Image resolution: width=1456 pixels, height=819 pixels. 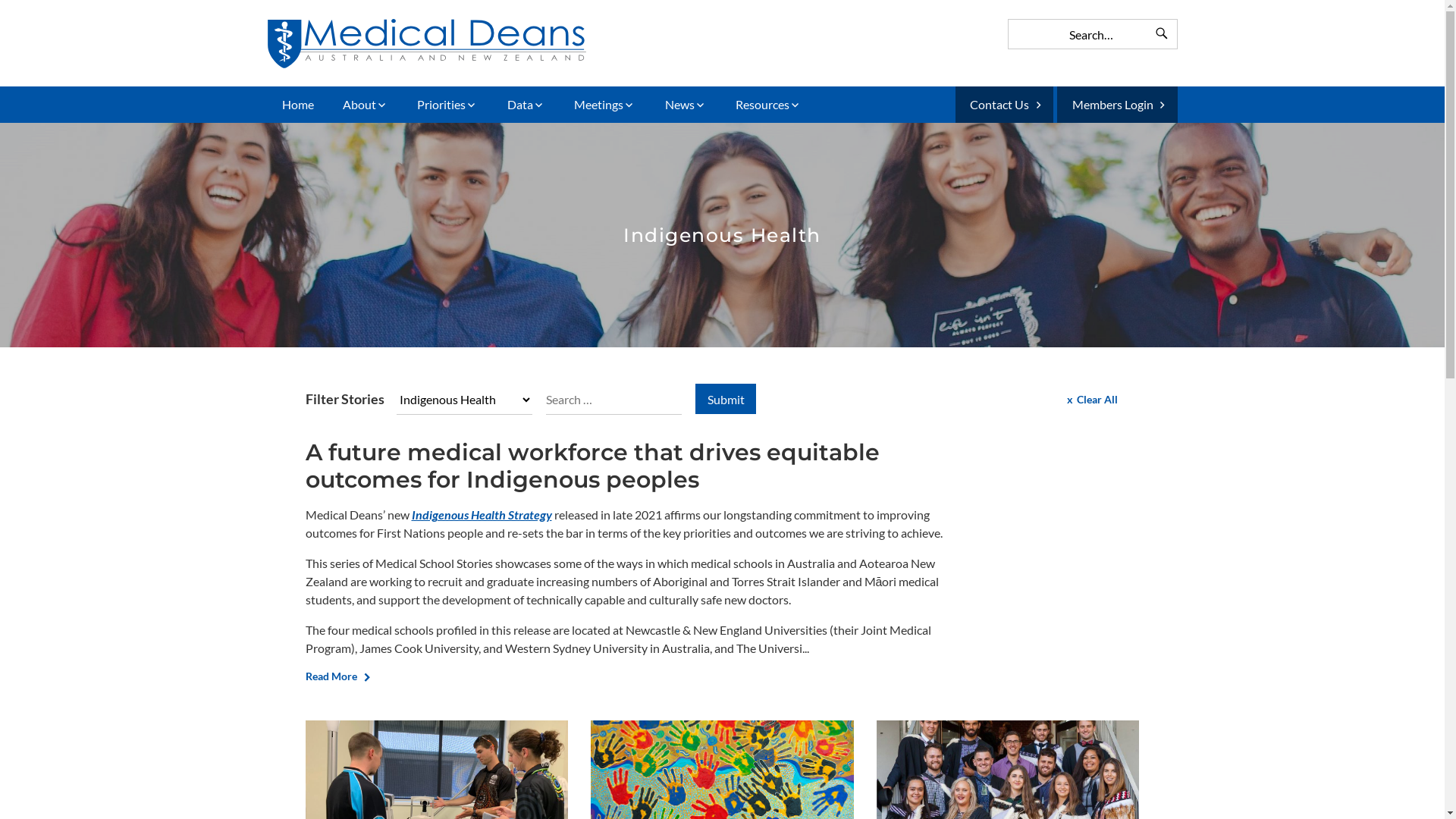 I want to click on 'Home', so click(x=297, y=104).